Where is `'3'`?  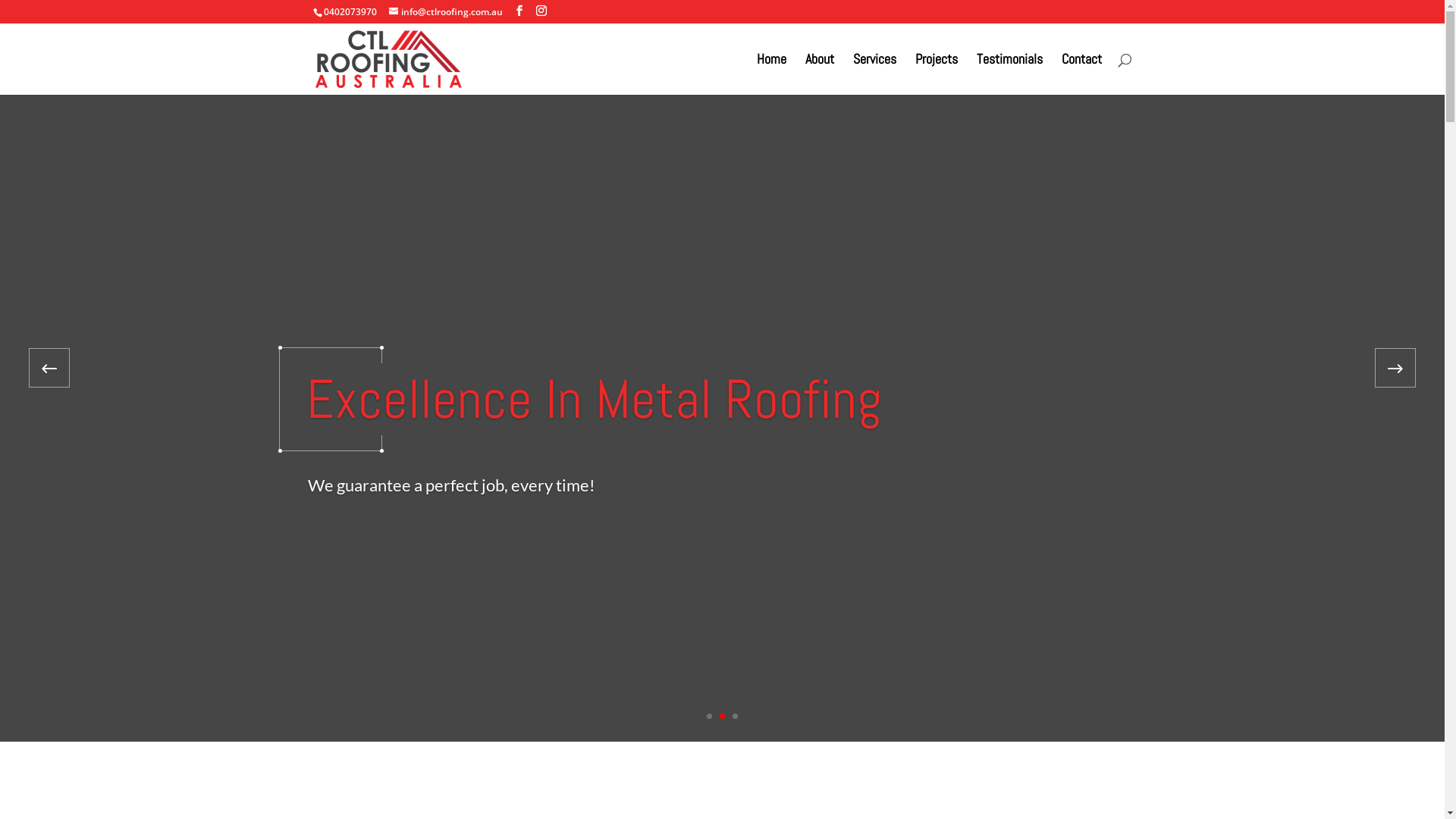
'3' is located at coordinates (732, 716).